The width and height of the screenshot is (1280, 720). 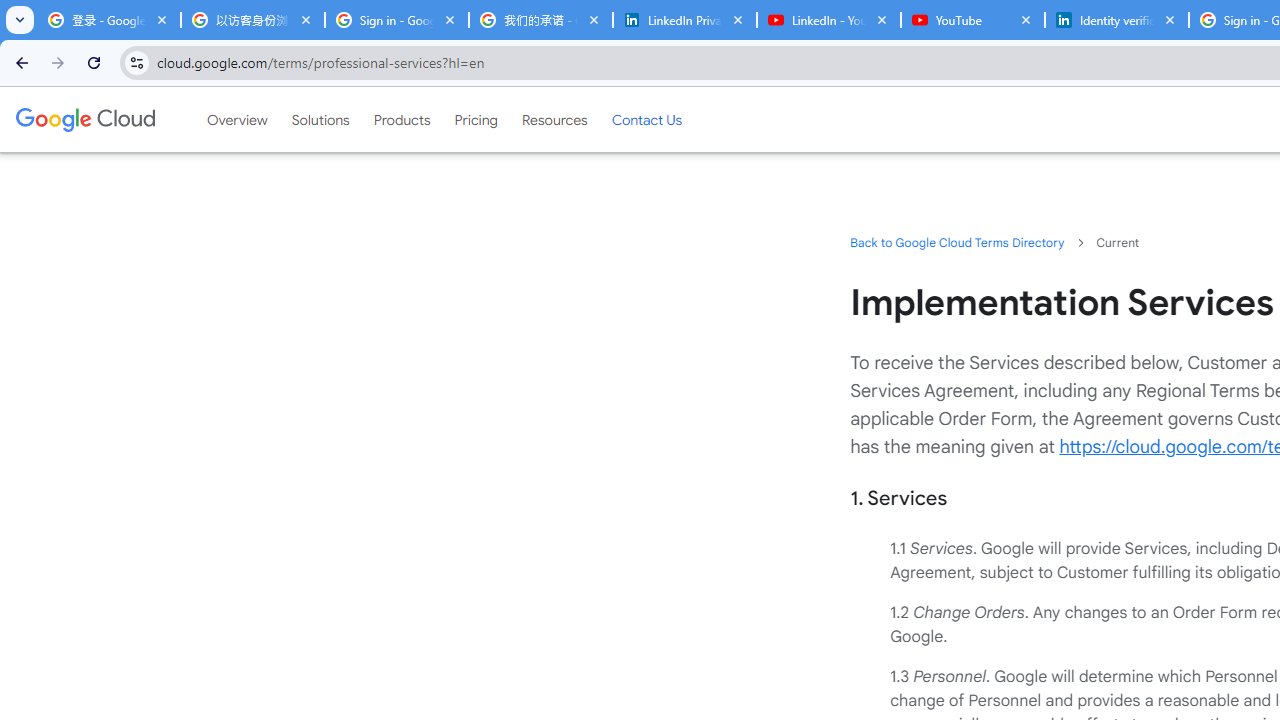 What do you see at coordinates (956, 241) in the screenshot?
I see `'Back to Google Cloud Terms Directory'` at bounding box center [956, 241].